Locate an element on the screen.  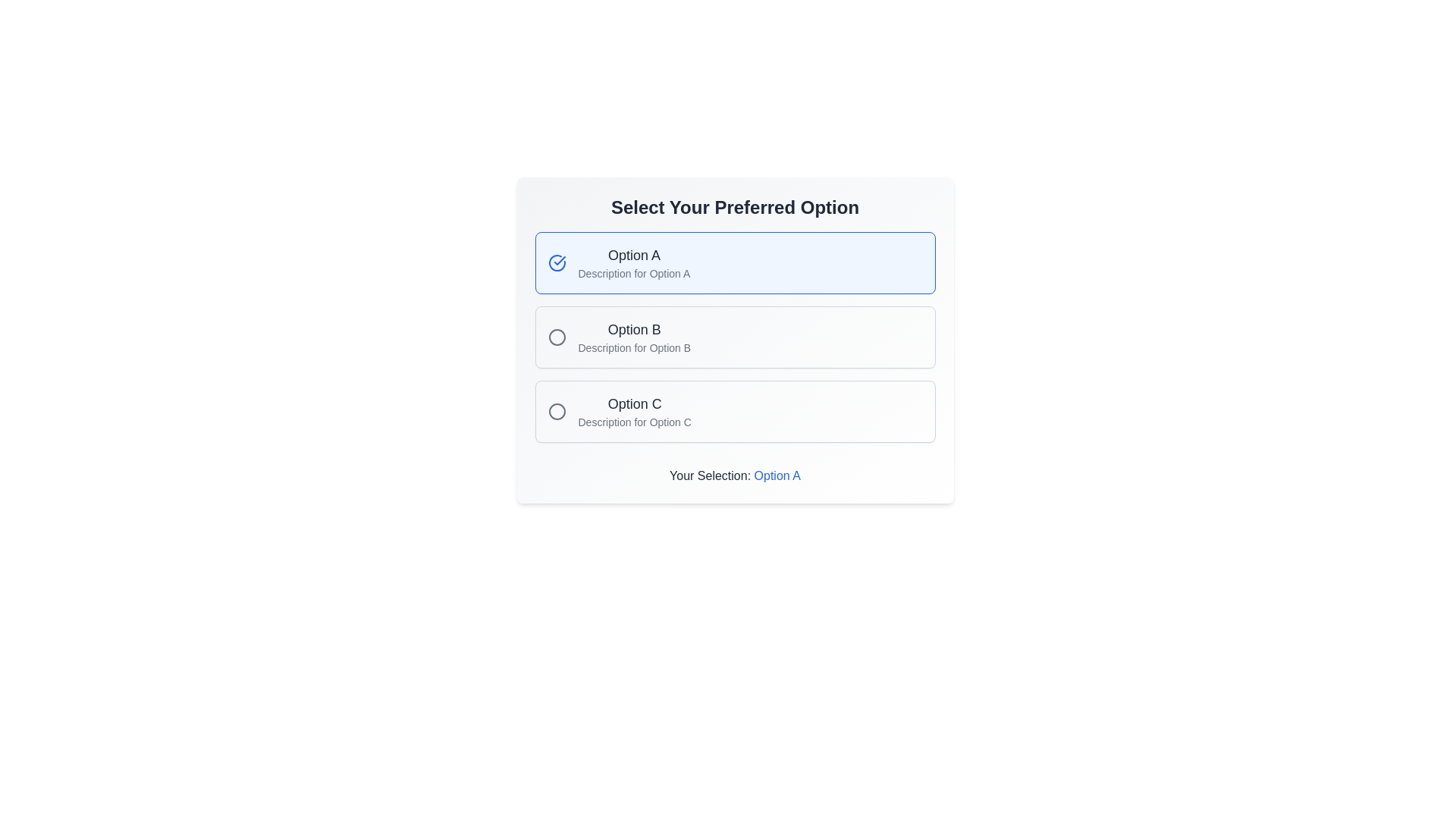
the graphical circle that indicates 'Option B' in the vertically arranged list of options is located at coordinates (556, 336).